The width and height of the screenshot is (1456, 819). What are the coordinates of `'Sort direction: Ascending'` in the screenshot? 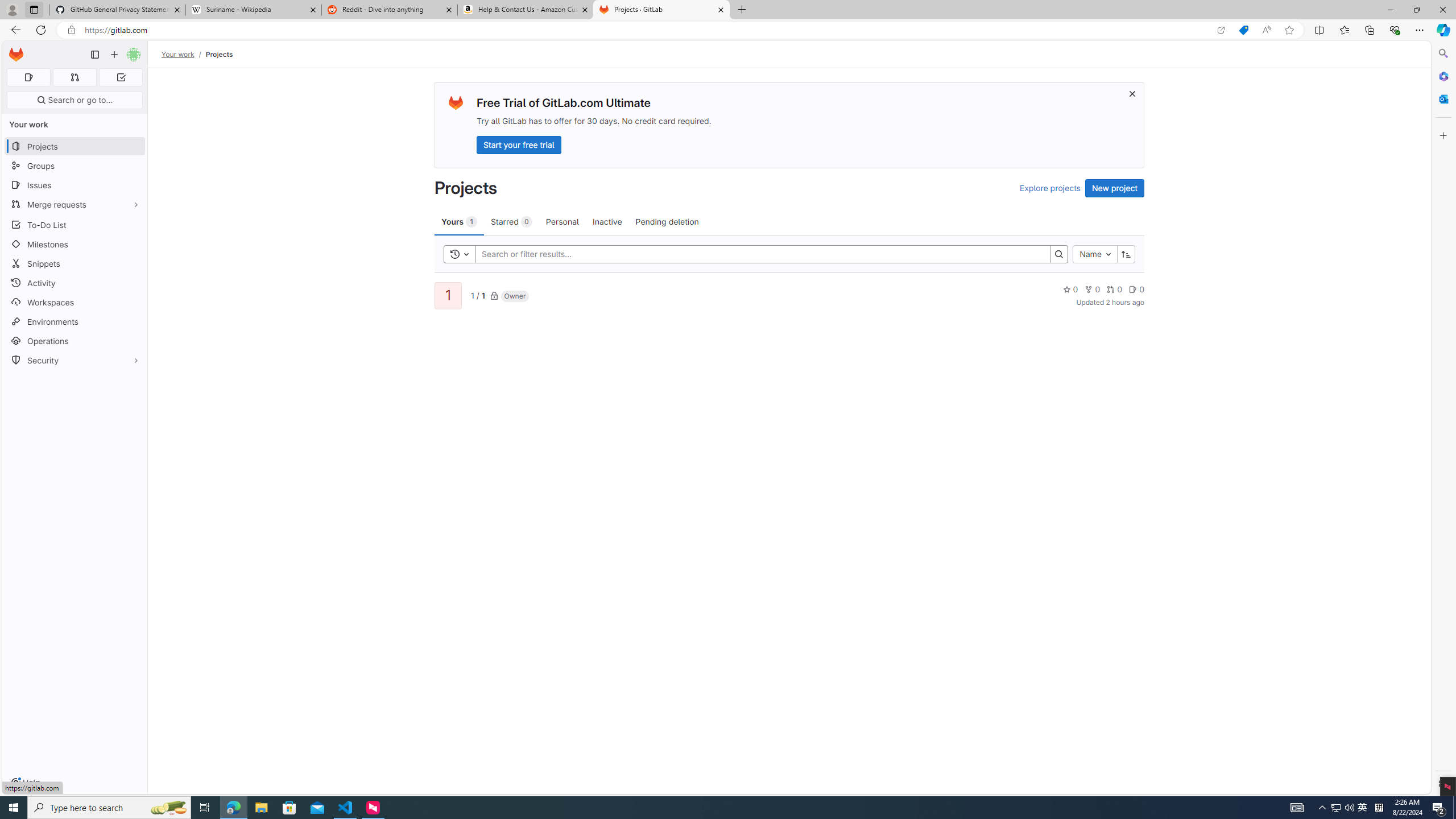 It's located at (1126, 254).